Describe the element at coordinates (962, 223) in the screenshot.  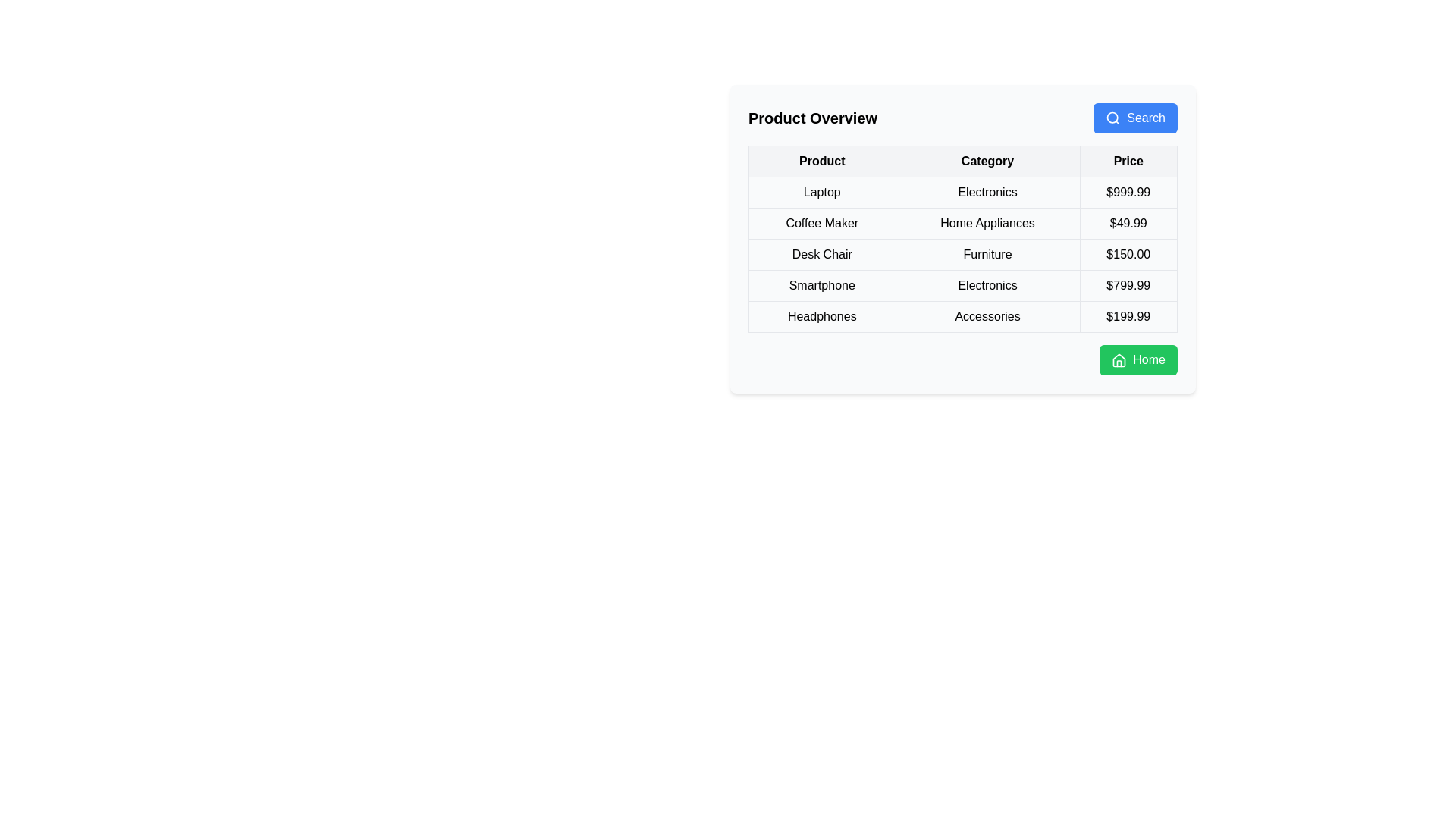
I see `the second row of the table displaying product information, which is located between the 'Laptop' row above and the 'Desk Chair' row below` at that location.